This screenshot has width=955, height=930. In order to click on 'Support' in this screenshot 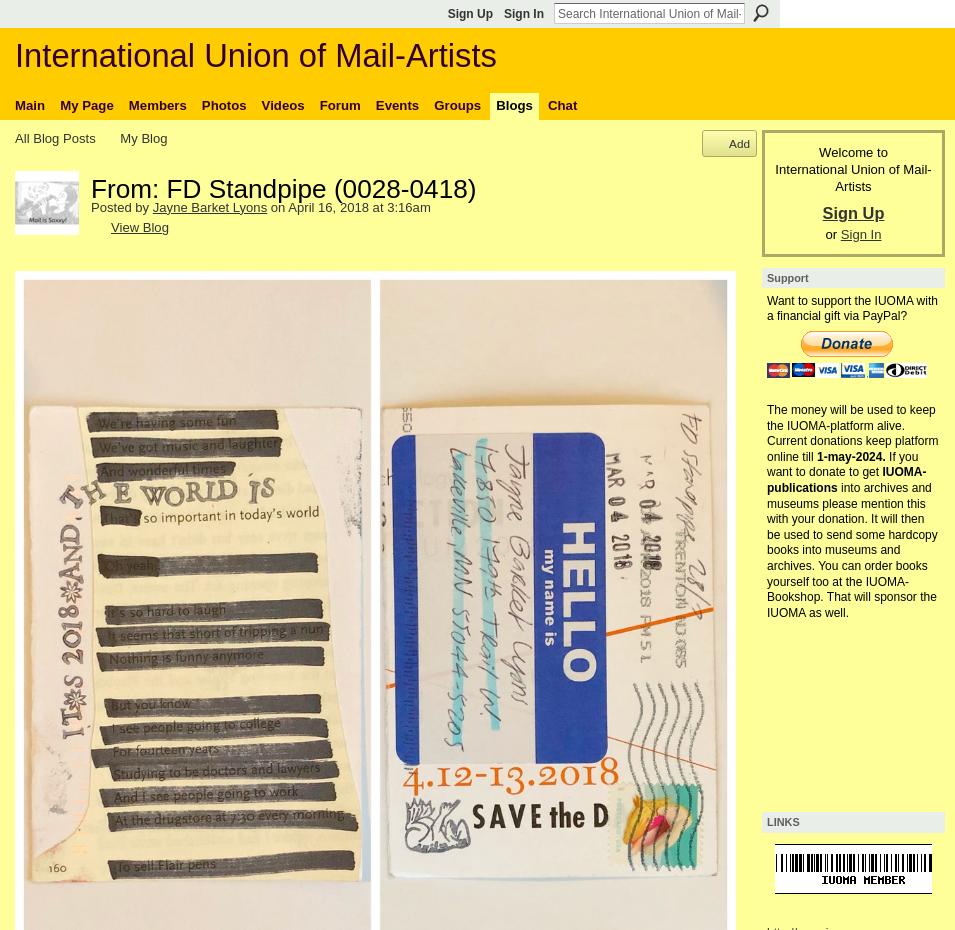, I will do `click(786, 276)`.